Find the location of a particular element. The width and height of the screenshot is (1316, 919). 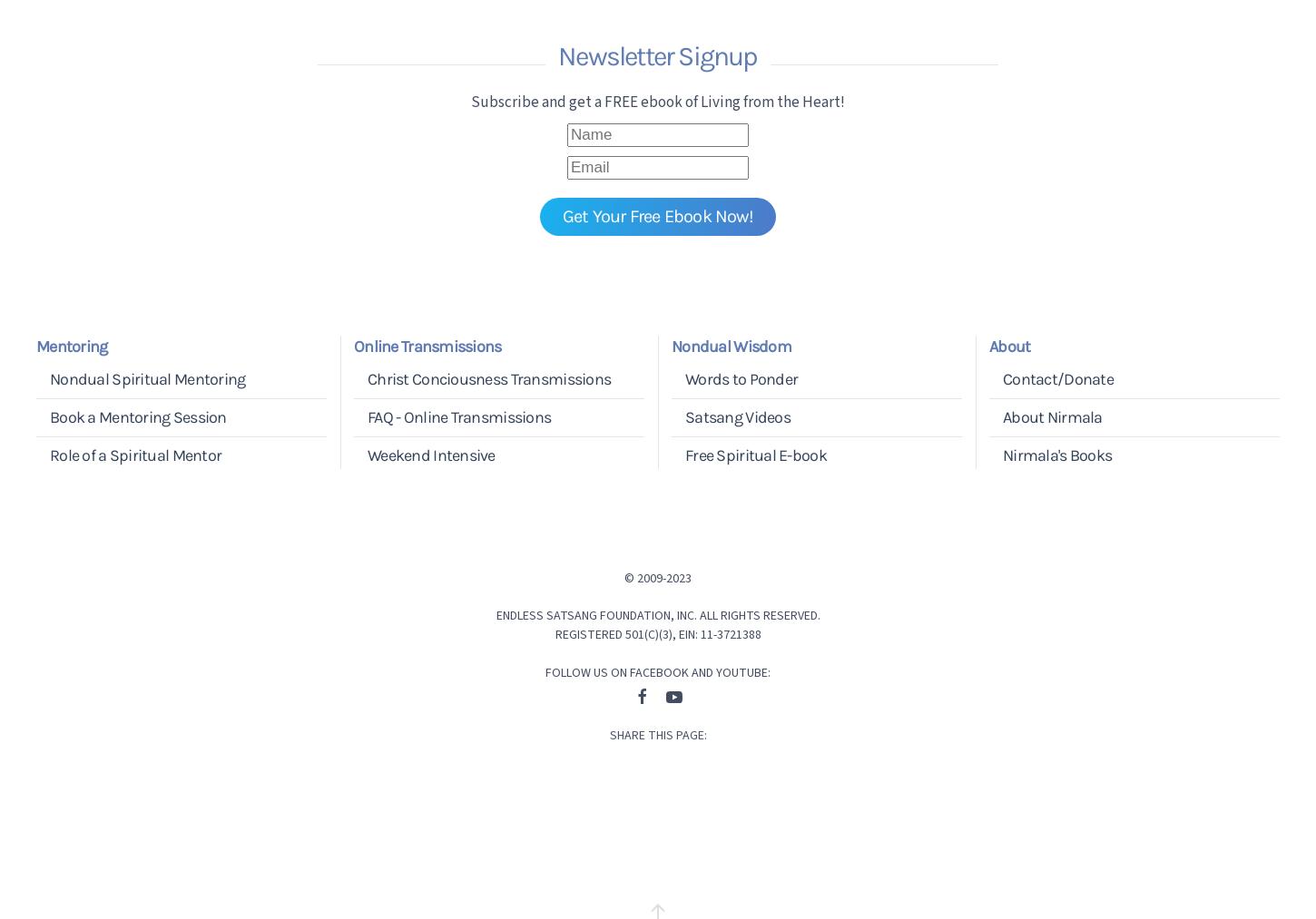

'Words to Ponder' is located at coordinates (741, 376).